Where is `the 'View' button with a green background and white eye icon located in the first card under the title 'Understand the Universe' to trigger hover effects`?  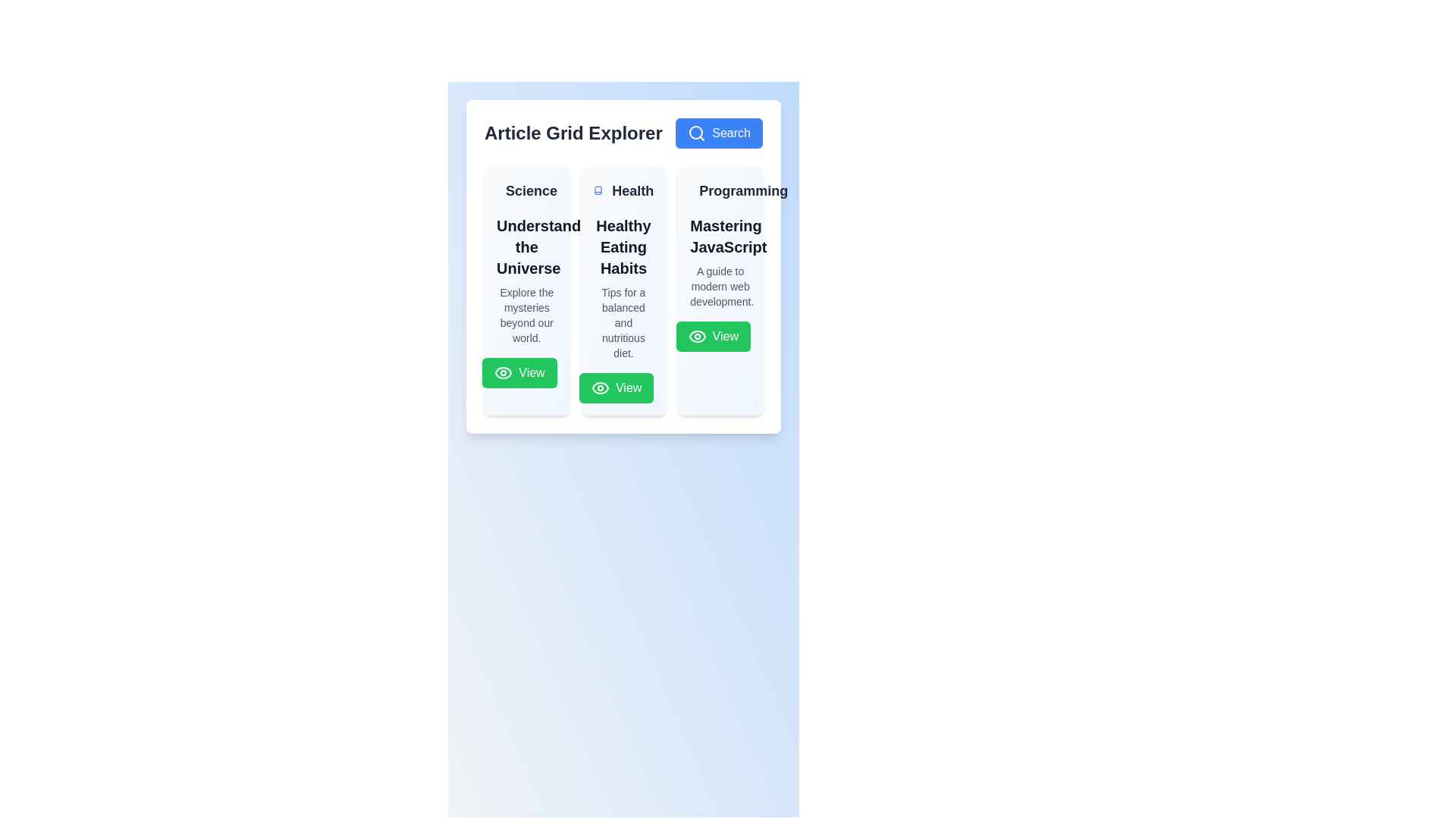 the 'View' button with a green background and white eye icon located in the first card under the title 'Understand the Universe' to trigger hover effects is located at coordinates (519, 373).